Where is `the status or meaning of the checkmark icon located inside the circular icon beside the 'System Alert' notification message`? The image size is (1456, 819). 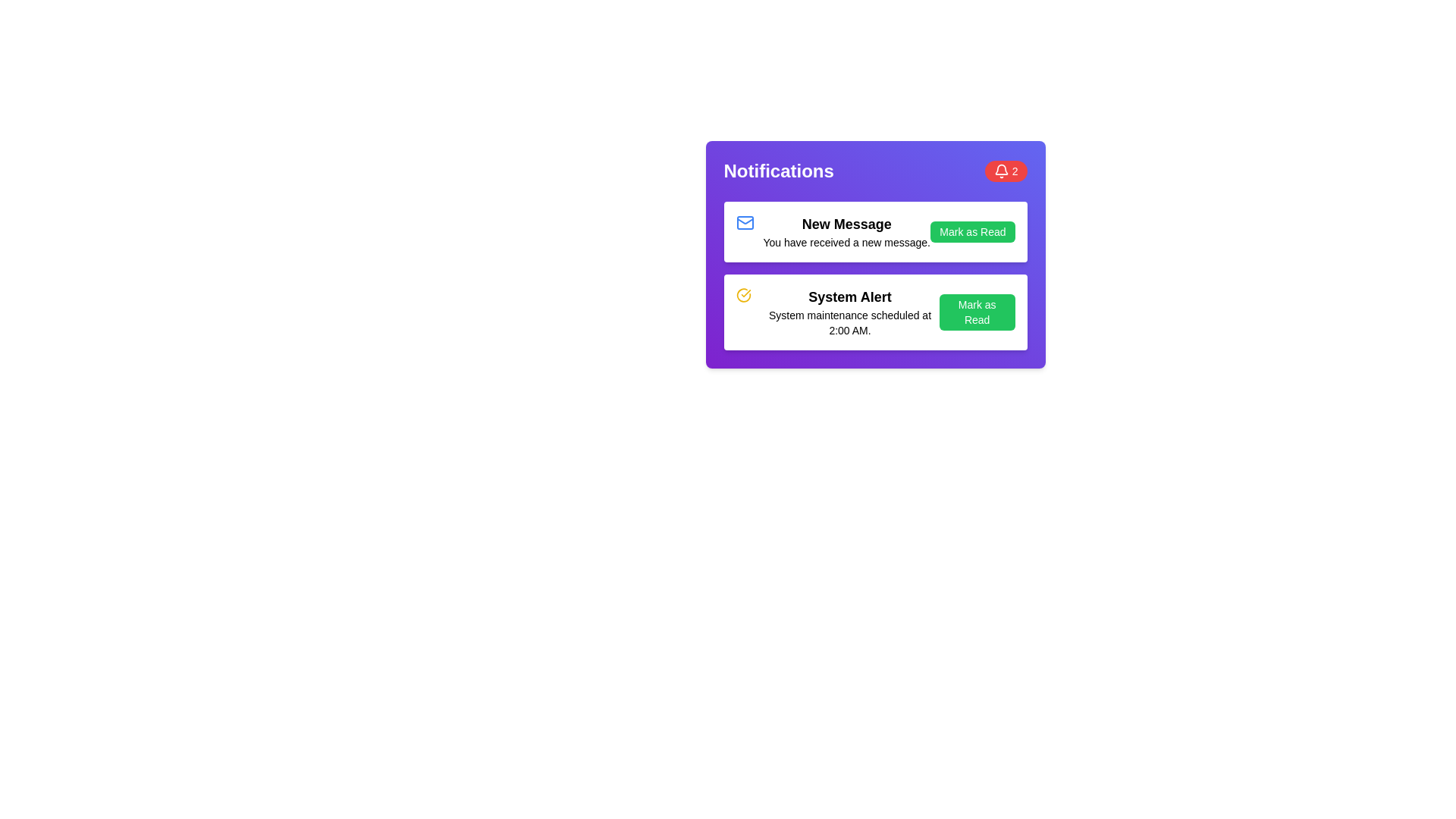 the status or meaning of the checkmark icon located inside the circular icon beside the 'System Alert' notification message is located at coordinates (745, 293).